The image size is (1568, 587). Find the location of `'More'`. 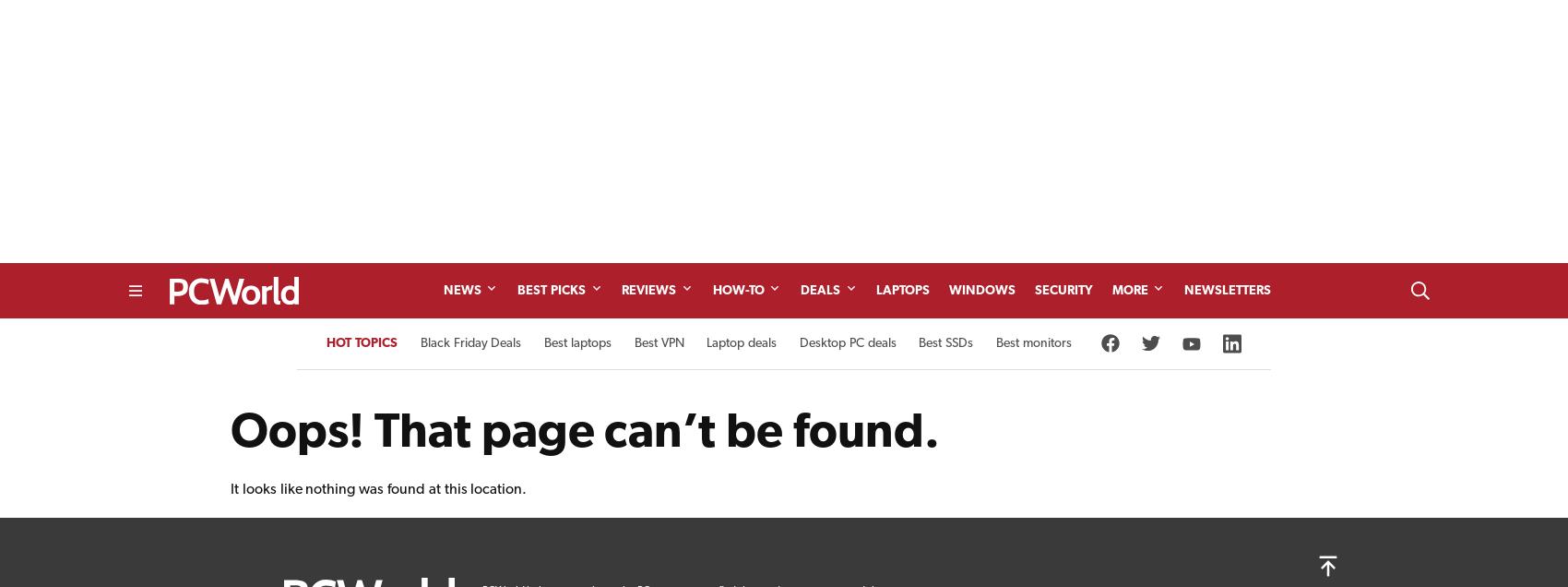

'More' is located at coordinates (1128, 290).